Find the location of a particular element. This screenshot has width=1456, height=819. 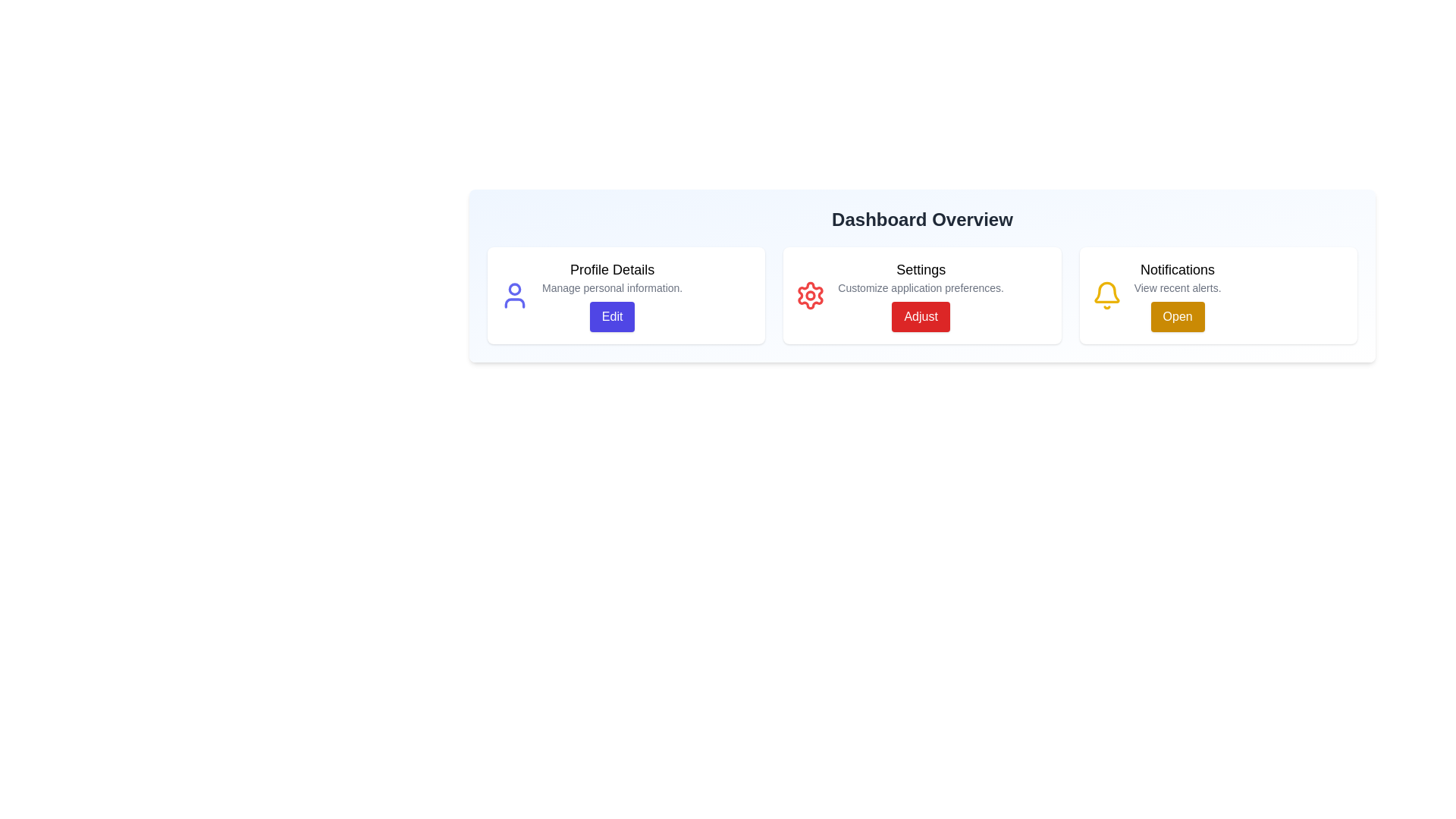

the prominently styled button with a red background and white text displaying 'Adjust', located centrally in the settings card is located at coordinates (920, 315).